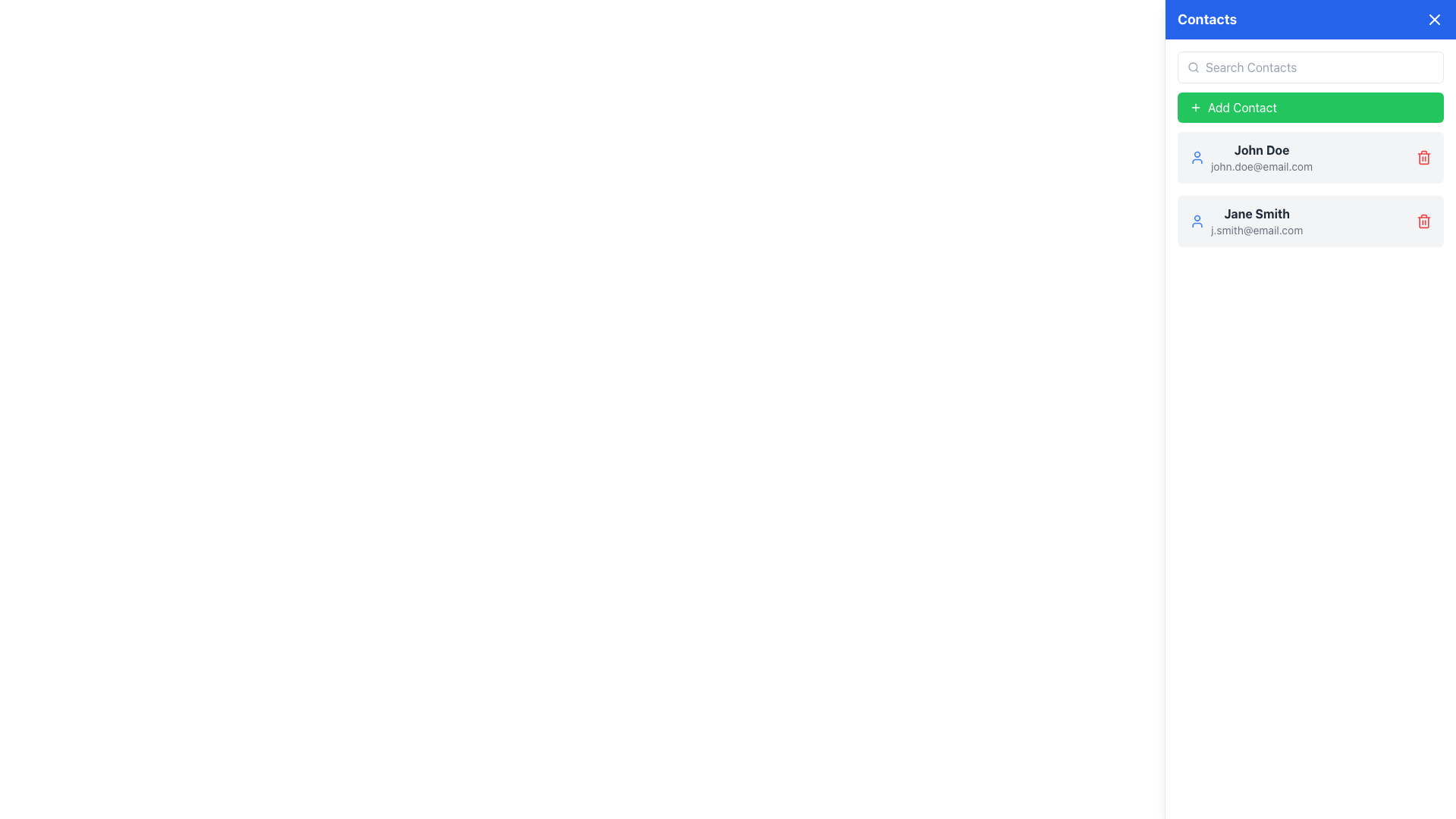 This screenshot has width=1456, height=819. I want to click on the email address display for the contact 'Jane Smith', which is located beneath the contact's name in the sidebar, so click(1257, 231).